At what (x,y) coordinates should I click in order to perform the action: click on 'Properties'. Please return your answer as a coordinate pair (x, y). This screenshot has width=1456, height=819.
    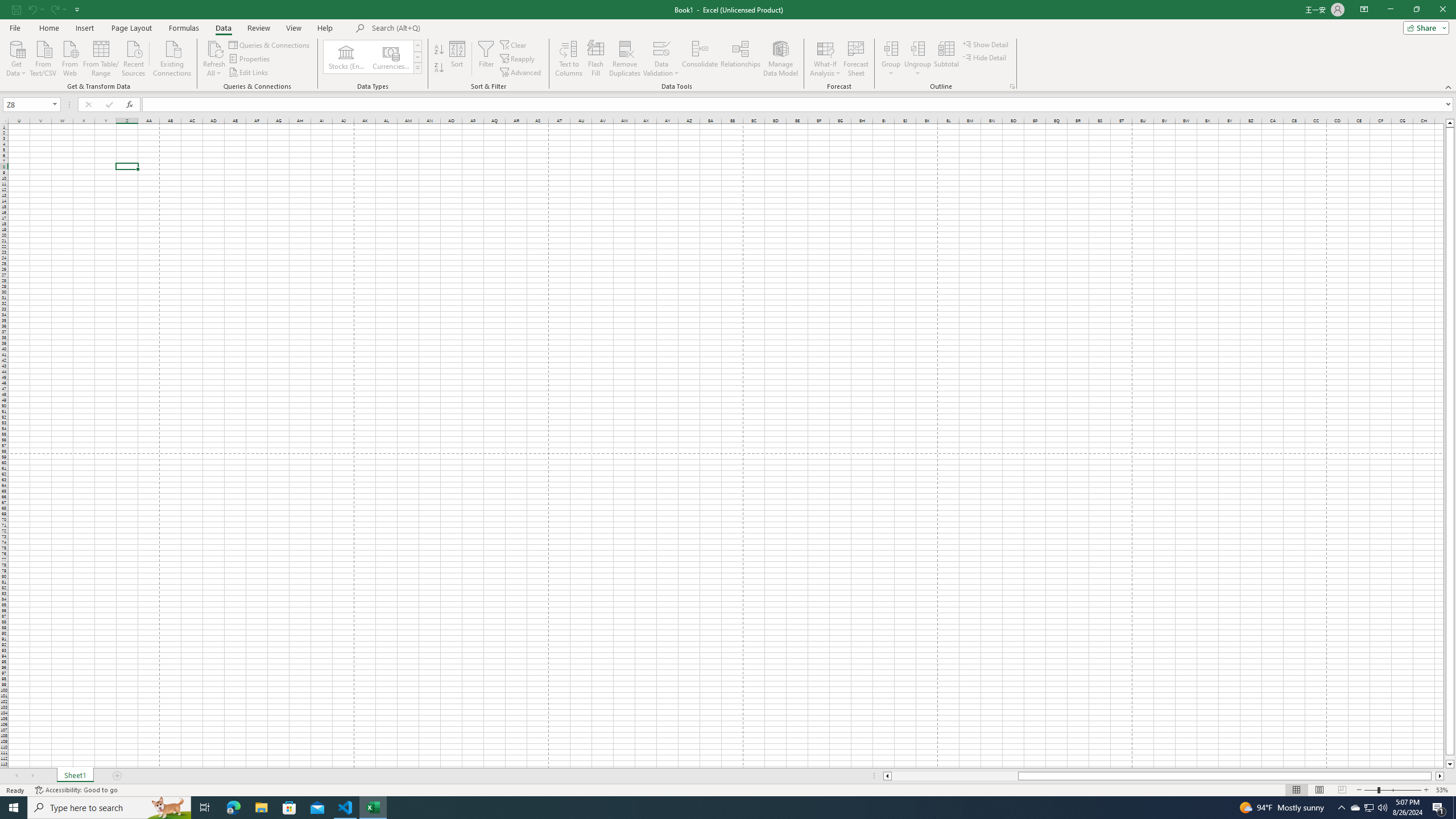
    Looking at the image, I should click on (250, 59).